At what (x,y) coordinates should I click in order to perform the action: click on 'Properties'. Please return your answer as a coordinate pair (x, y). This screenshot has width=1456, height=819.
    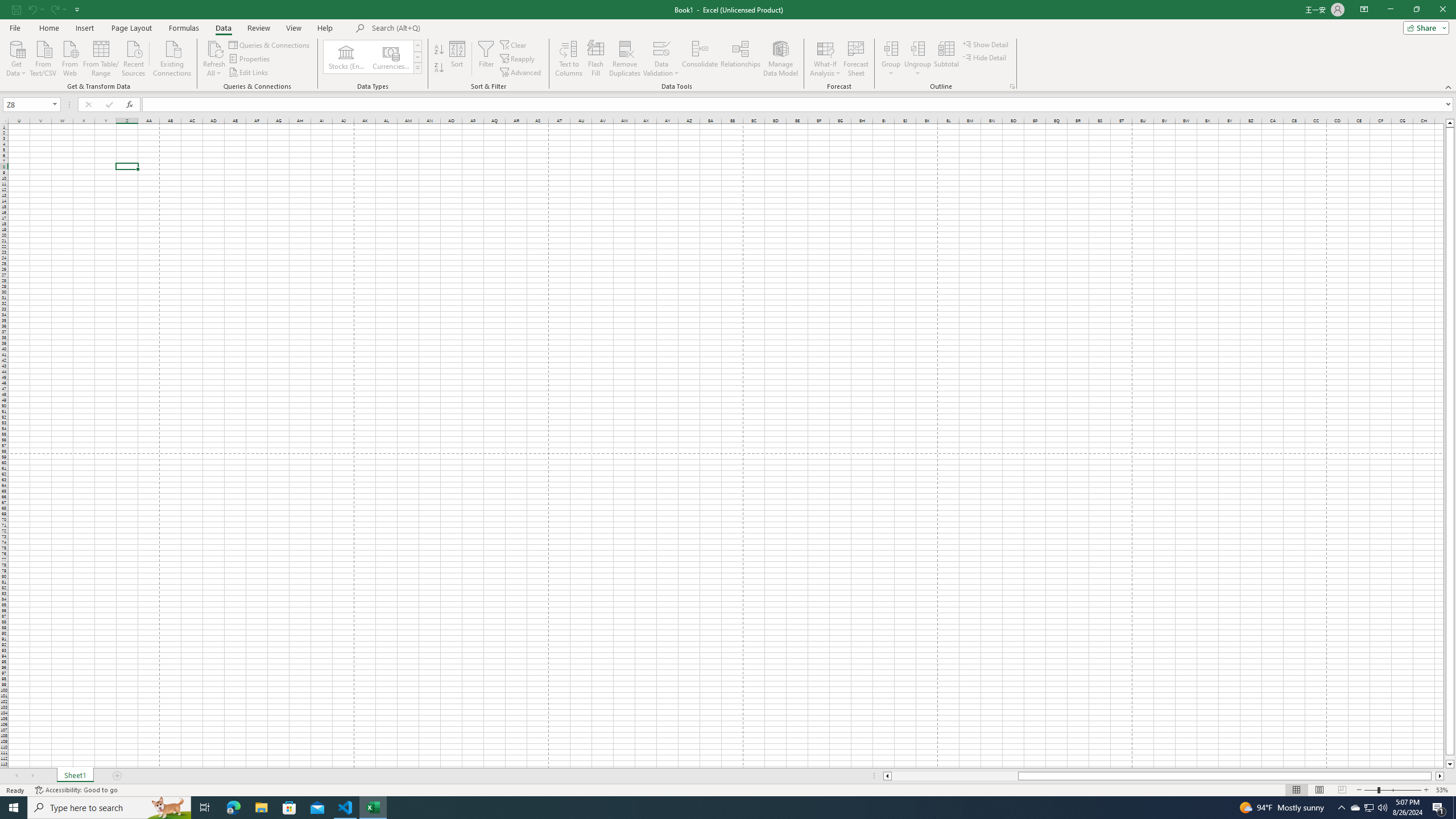
    Looking at the image, I should click on (250, 59).